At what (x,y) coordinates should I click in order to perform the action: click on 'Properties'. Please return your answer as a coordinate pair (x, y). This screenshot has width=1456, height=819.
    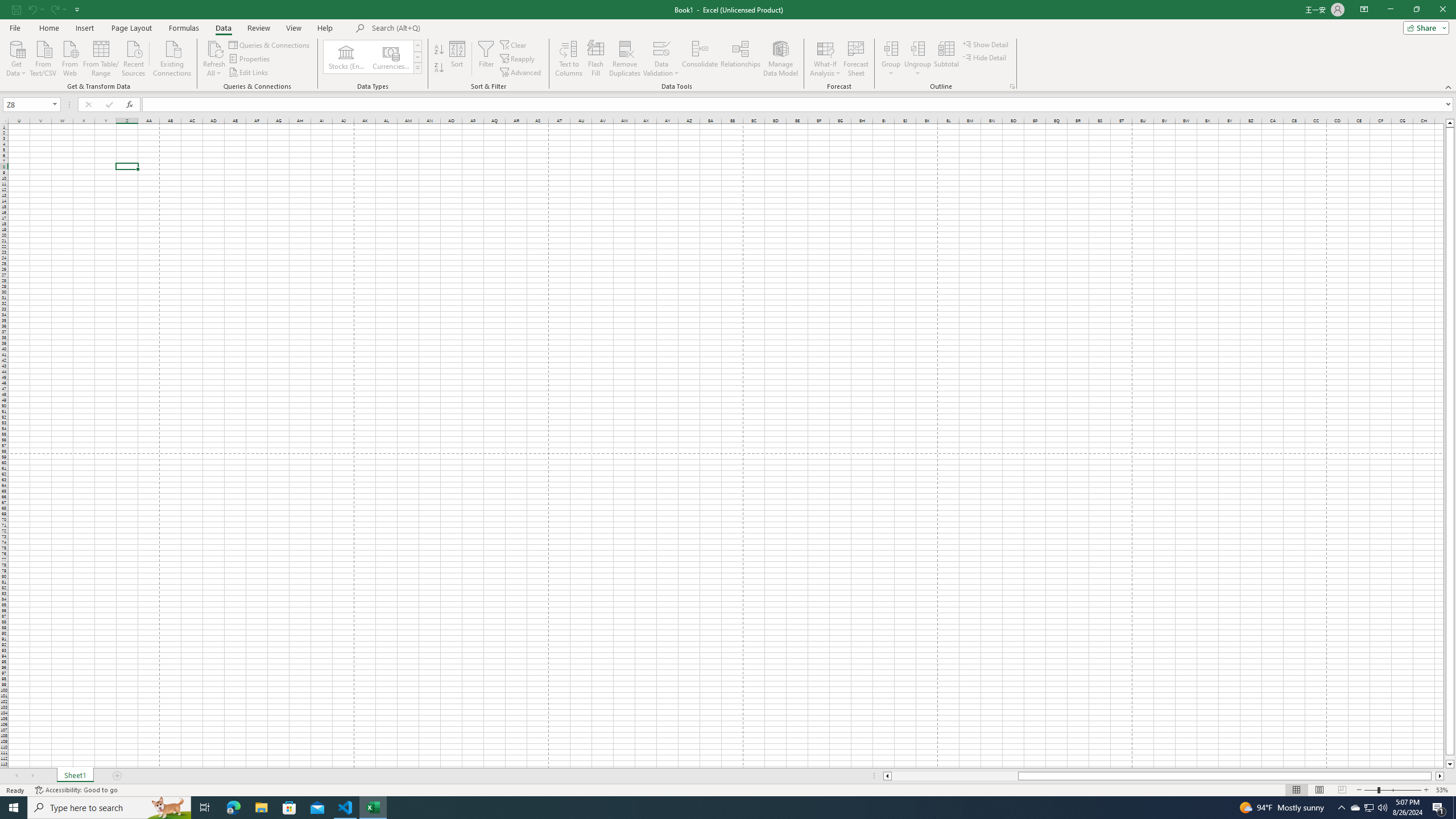
    Looking at the image, I should click on (250, 59).